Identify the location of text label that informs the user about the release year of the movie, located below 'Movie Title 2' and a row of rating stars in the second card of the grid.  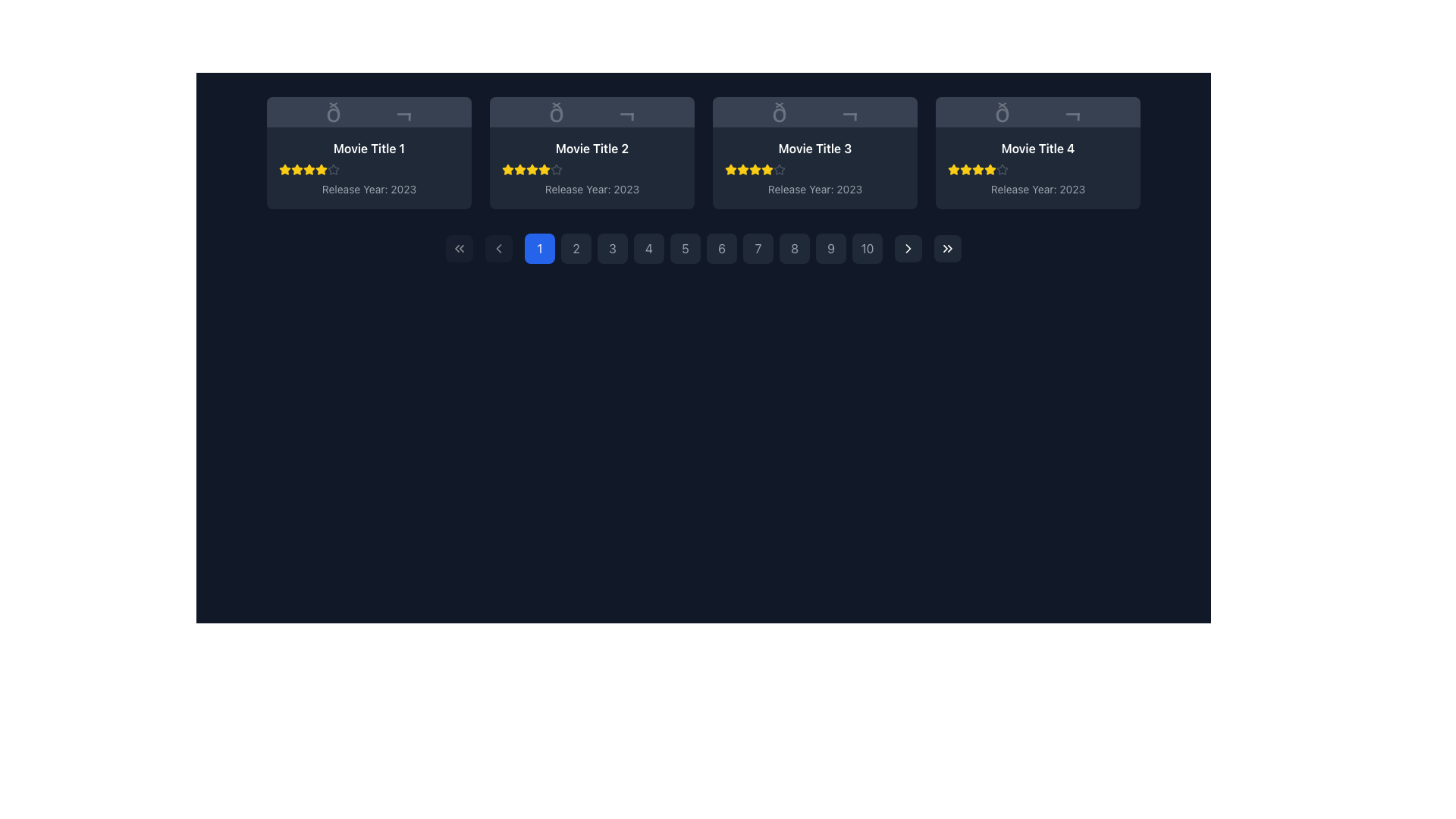
(591, 189).